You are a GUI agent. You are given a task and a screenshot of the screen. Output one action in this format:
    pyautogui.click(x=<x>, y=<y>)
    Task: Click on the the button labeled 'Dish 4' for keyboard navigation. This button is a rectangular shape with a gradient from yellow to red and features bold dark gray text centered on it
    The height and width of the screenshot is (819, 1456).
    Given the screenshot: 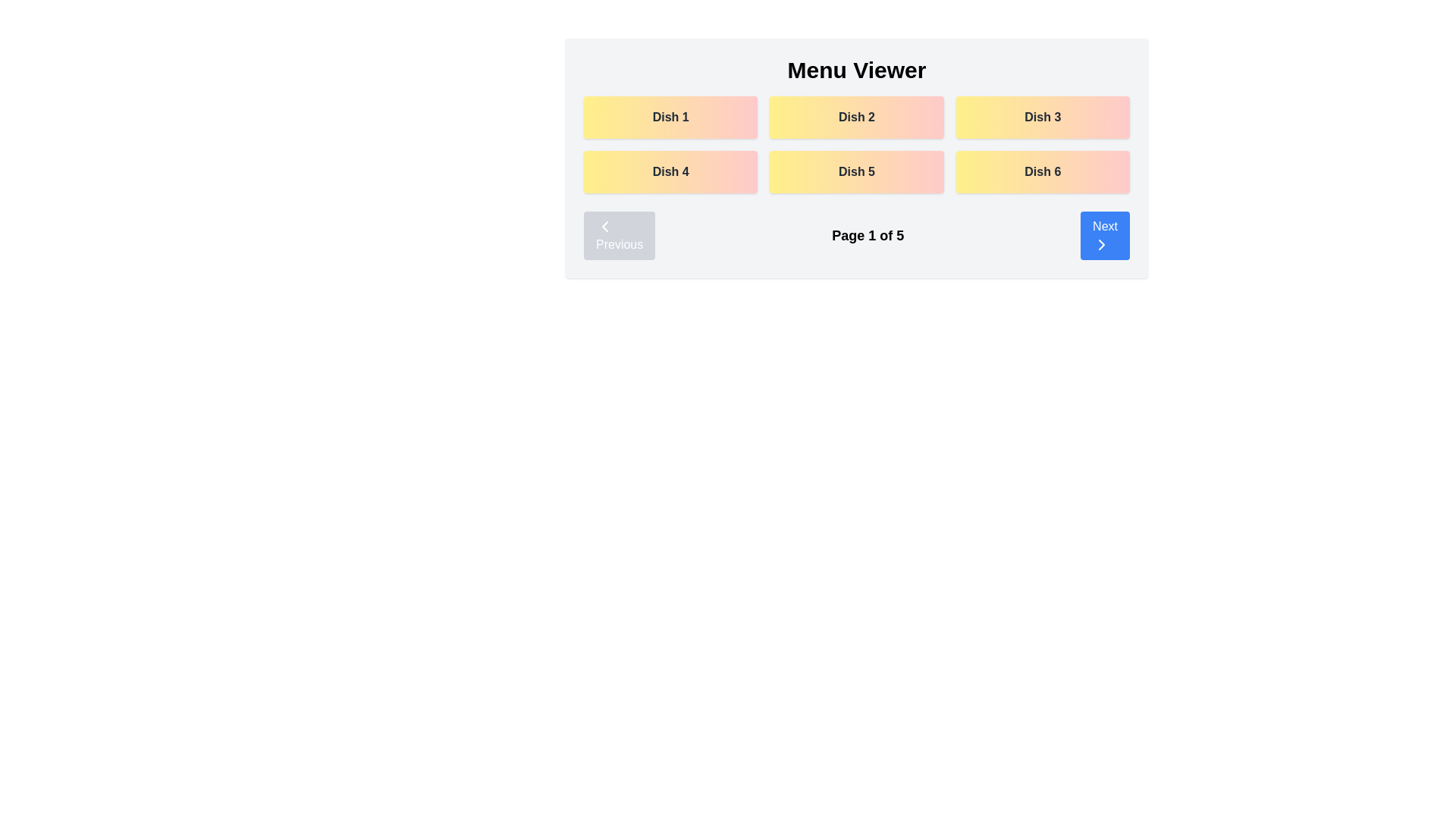 What is the action you would take?
    pyautogui.click(x=670, y=171)
    